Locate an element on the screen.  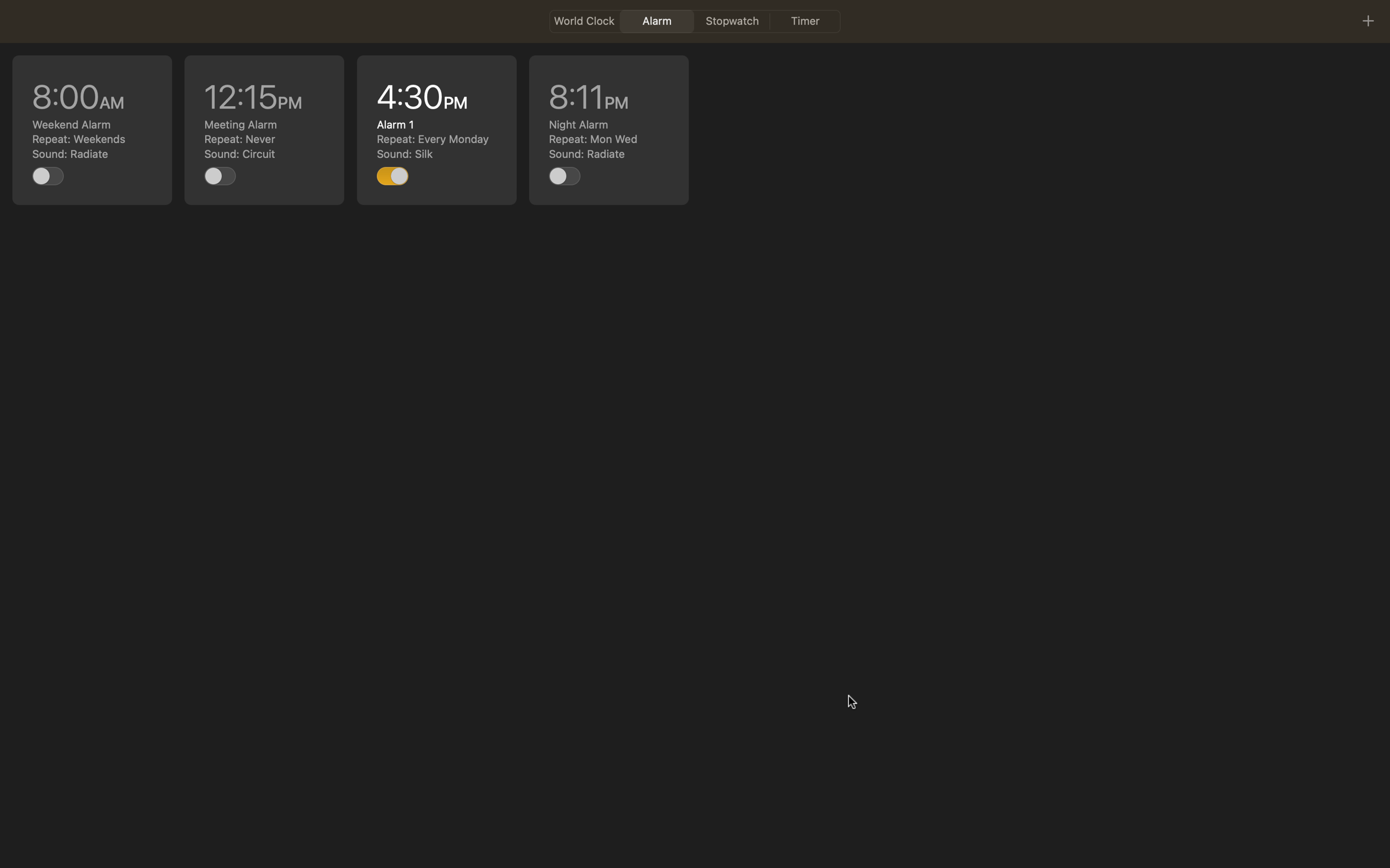
the "add" button to introduce a new task is located at coordinates (1367, 20).